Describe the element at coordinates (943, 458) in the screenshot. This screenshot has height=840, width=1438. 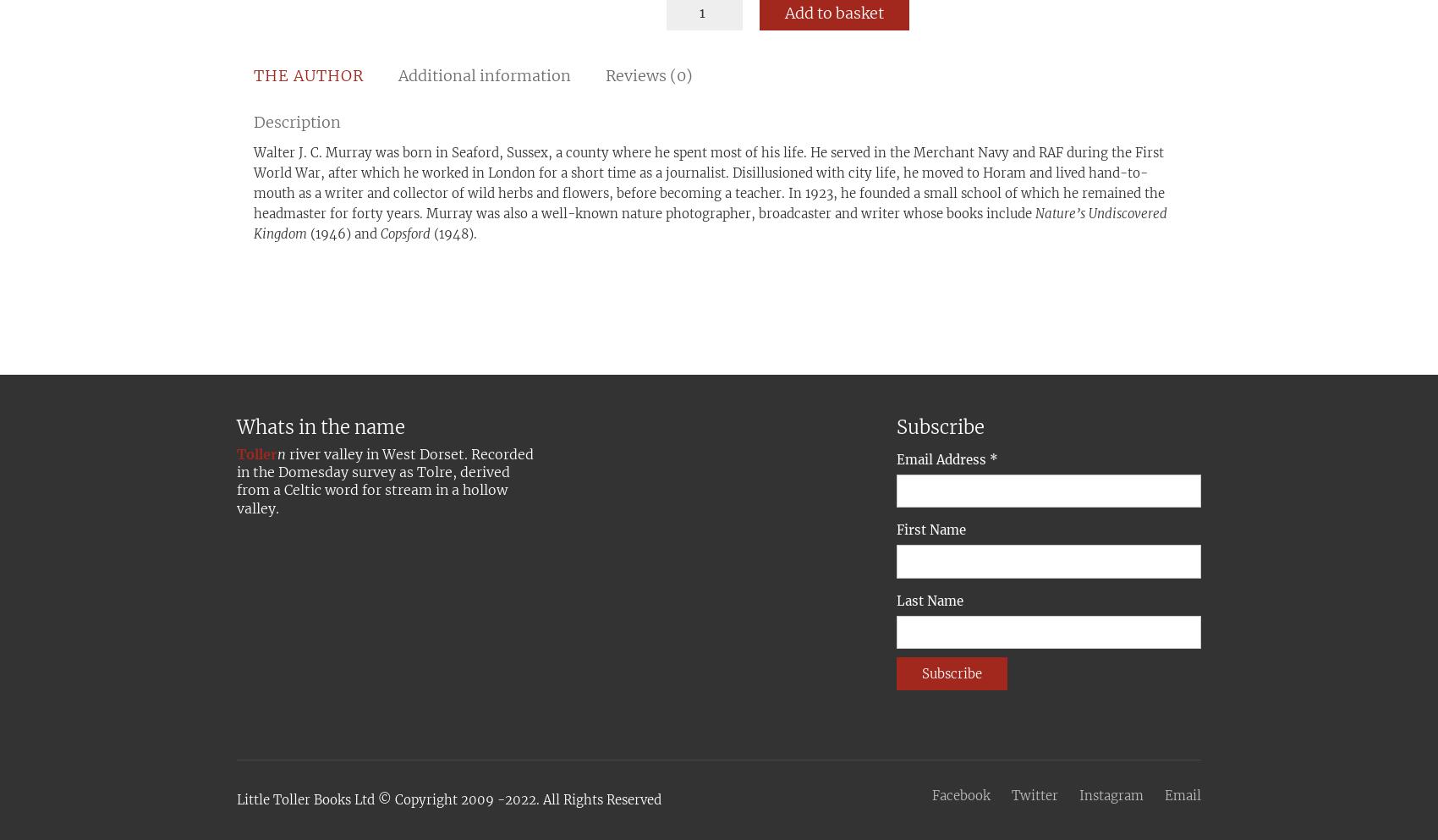
I see `'Email Address'` at that location.